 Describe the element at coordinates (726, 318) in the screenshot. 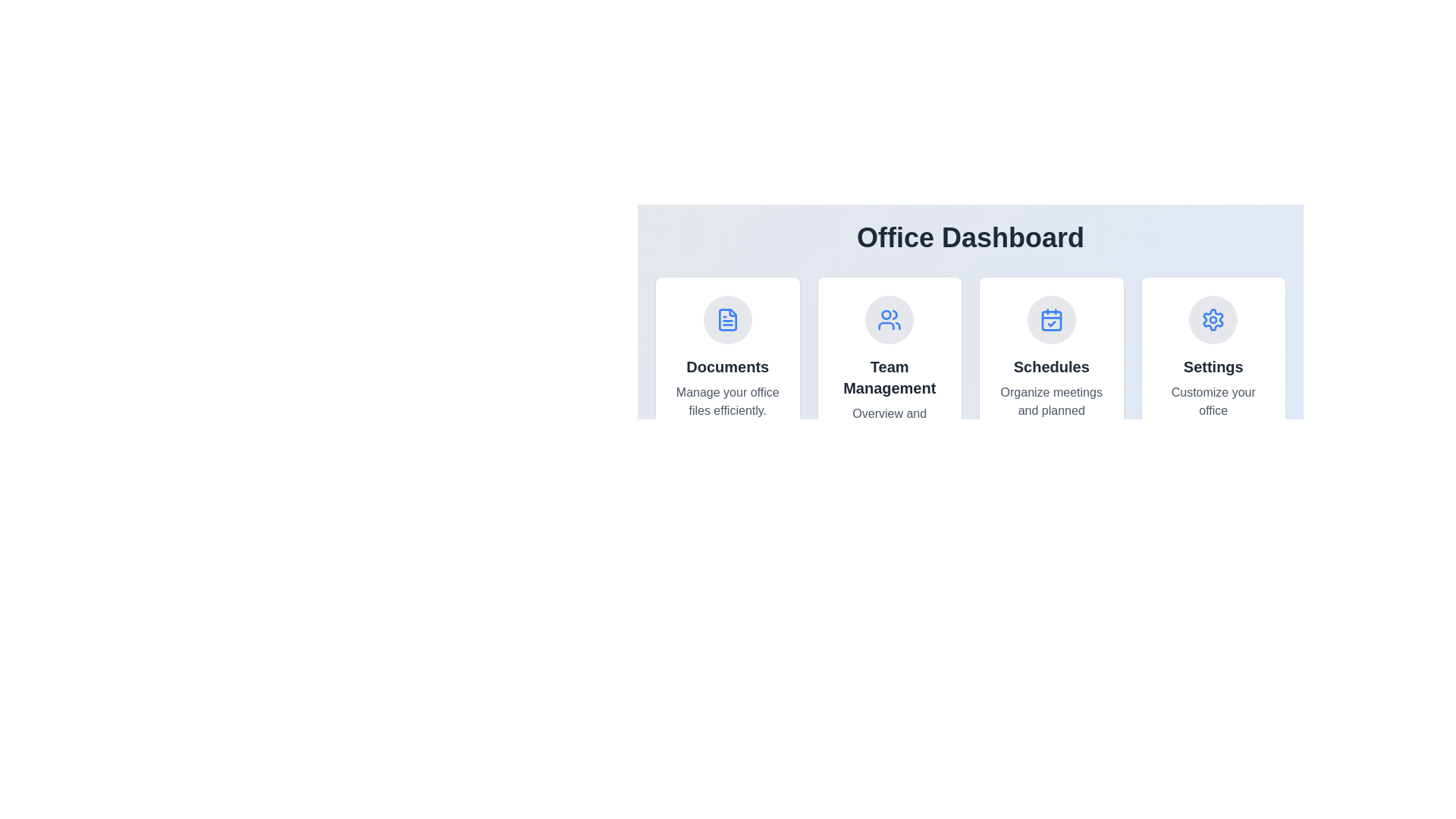

I see `the SVG Icon representing the 'Documents' section` at that location.